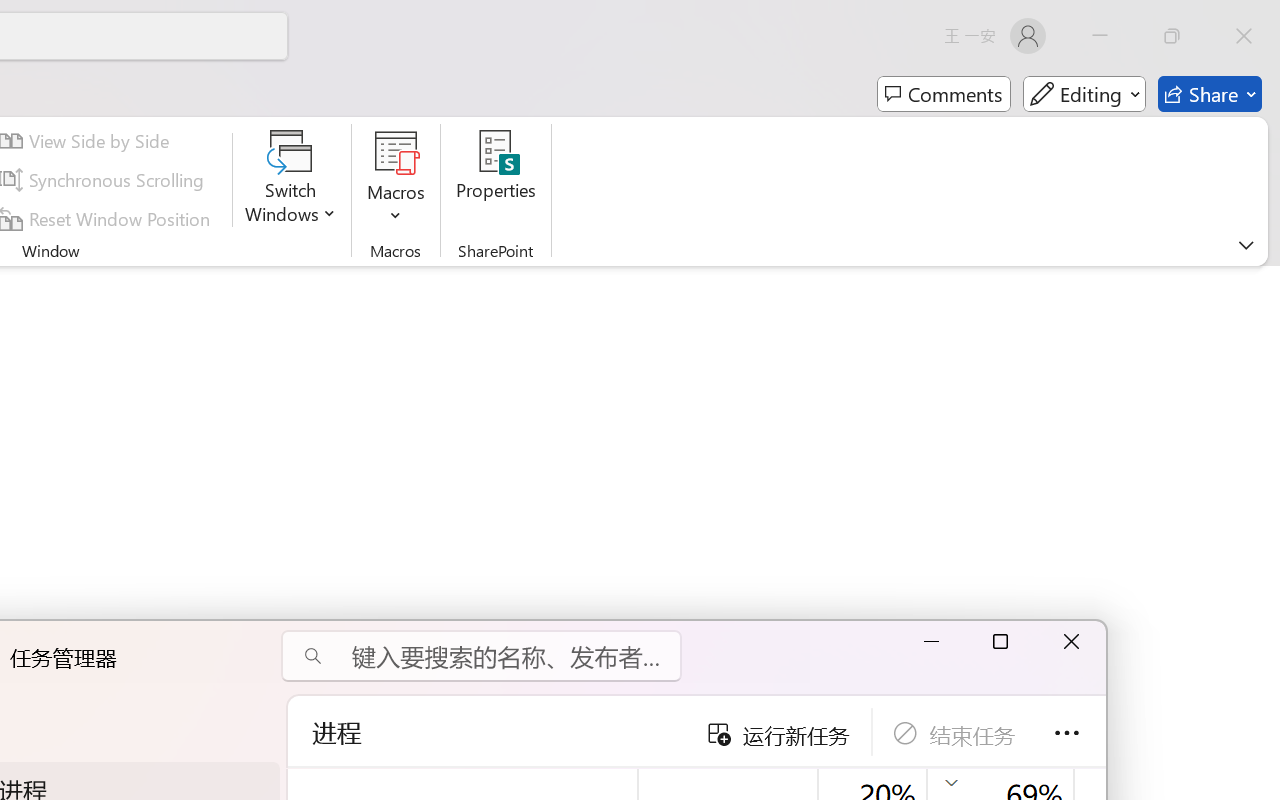 The height and width of the screenshot is (800, 1280). What do you see at coordinates (396, 179) in the screenshot?
I see `'Macros'` at bounding box center [396, 179].